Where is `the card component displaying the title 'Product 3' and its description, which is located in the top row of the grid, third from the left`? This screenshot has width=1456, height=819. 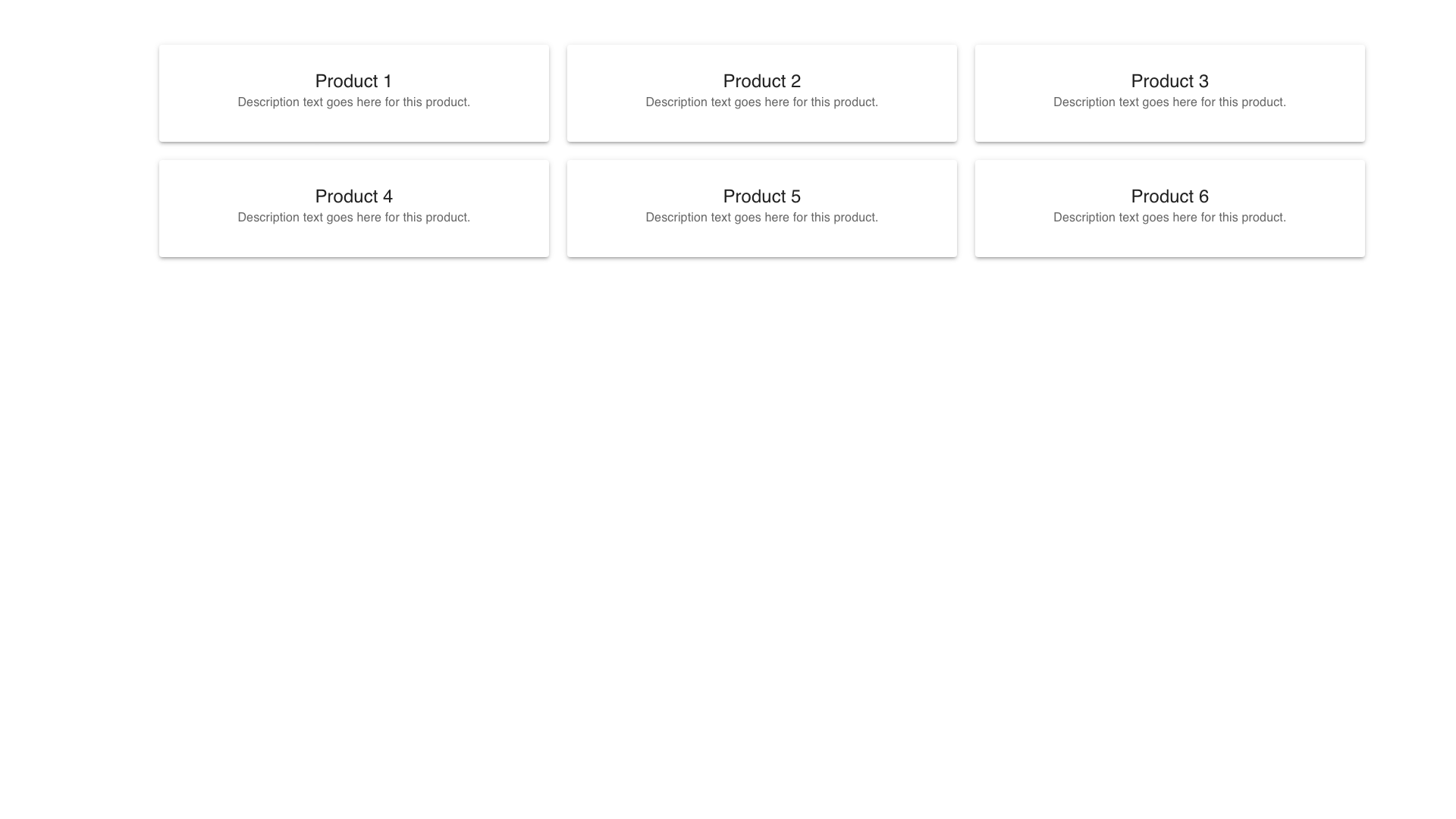
the card component displaying the title 'Product 3' and its description, which is located in the top row of the grid, third from the left is located at coordinates (1169, 93).